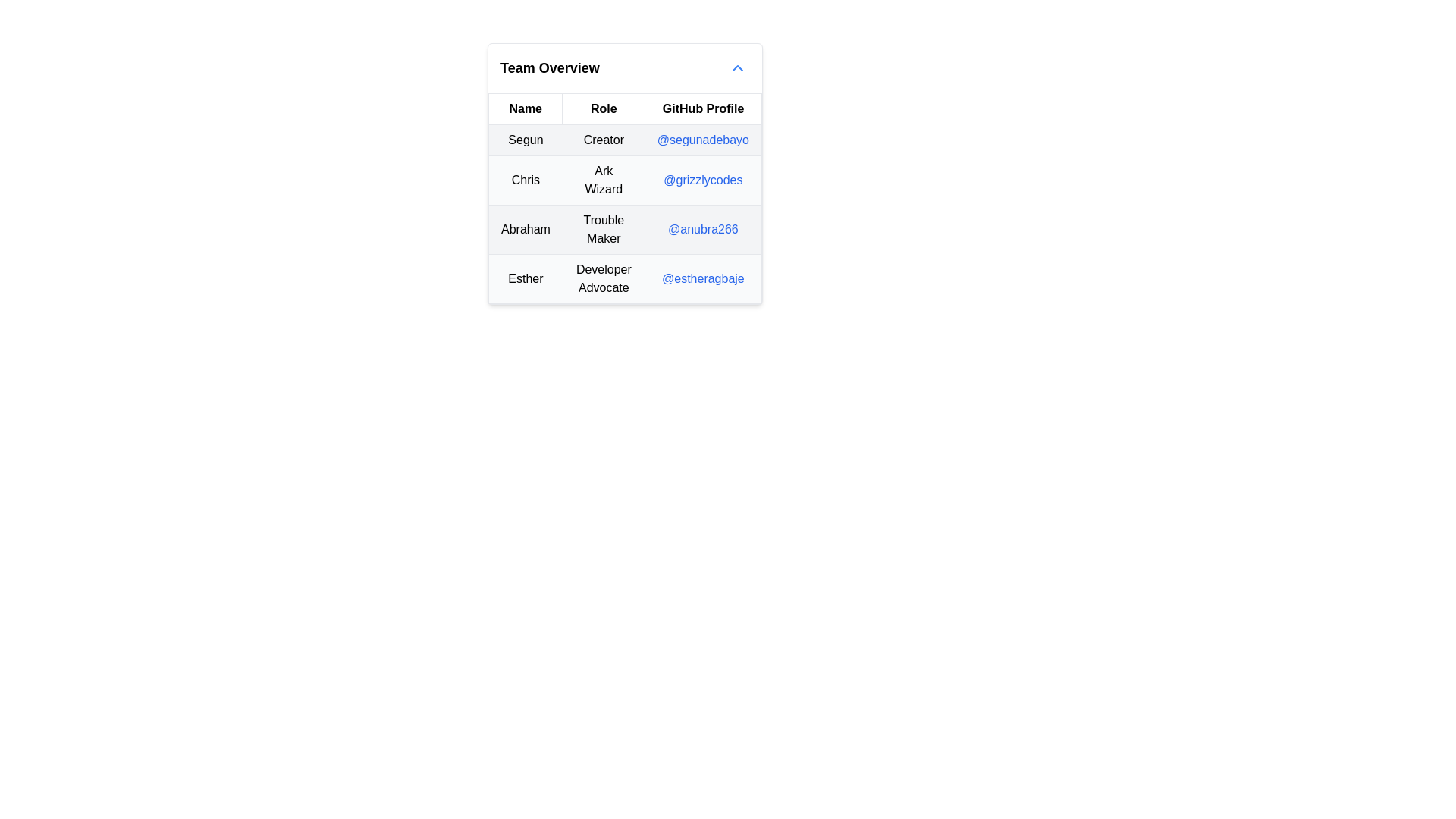  I want to click on the icon-shaped toggle button located in the top-right corner of the 'Team Overview' section header, adjacent to the text 'Team Overview', so click(738, 67).